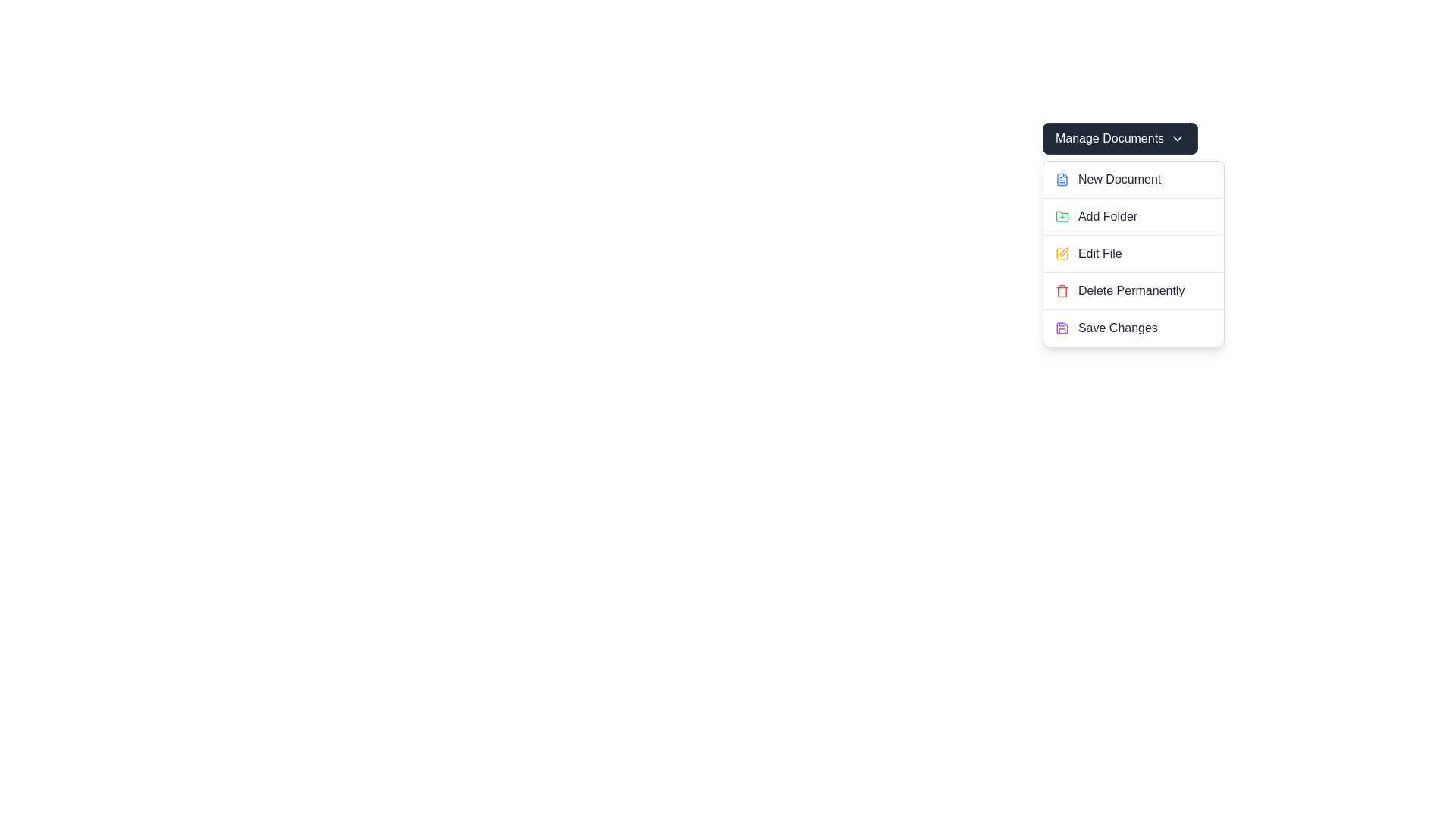  What do you see at coordinates (1061, 216) in the screenshot?
I see `the folder icon located in the second row of the action menu, which is positioned to the left of the text label 'Add Folder'` at bounding box center [1061, 216].